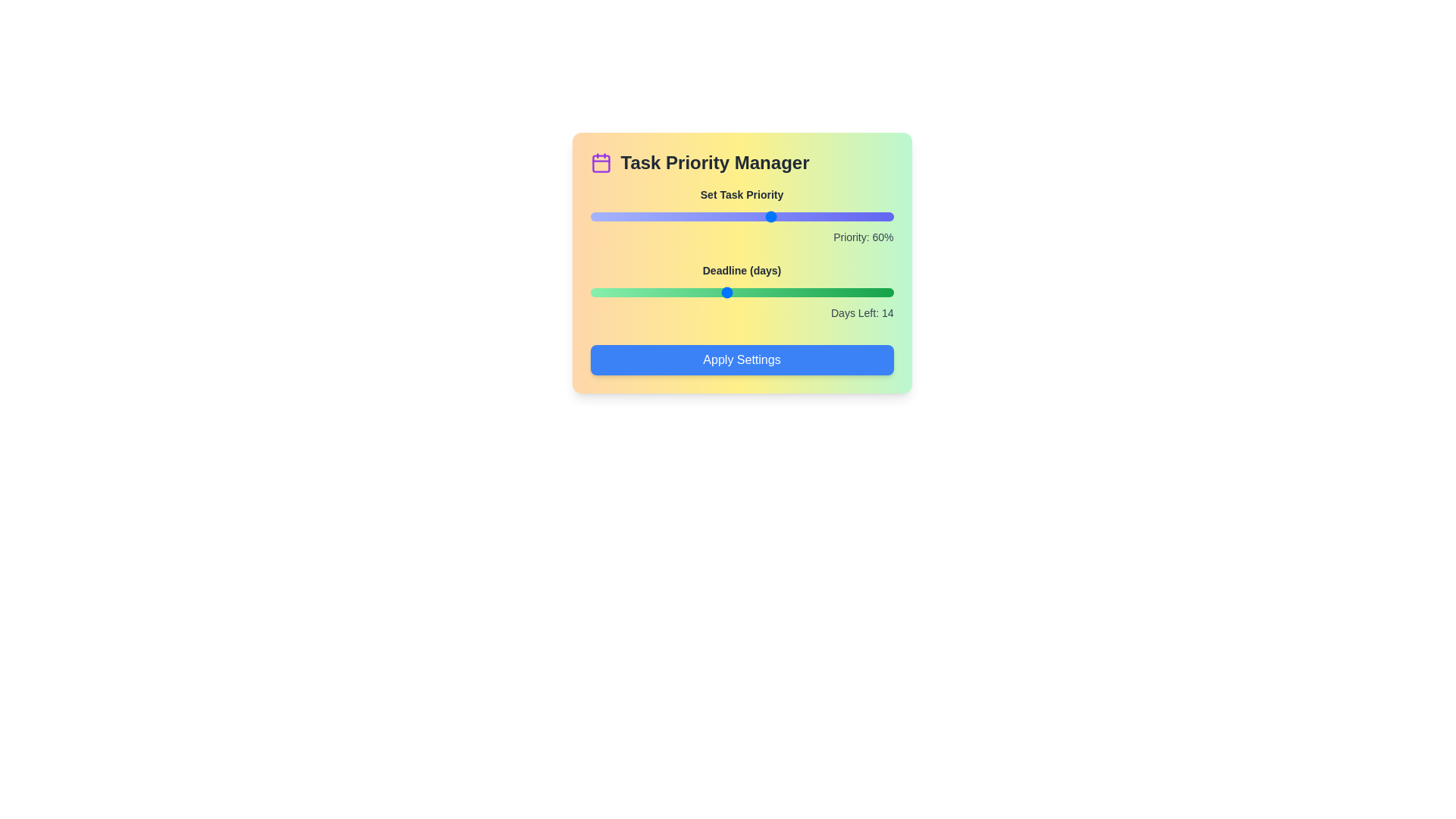 The width and height of the screenshot is (1456, 819). I want to click on the deadline slider to set the deadline to 5 days, so click(632, 292).